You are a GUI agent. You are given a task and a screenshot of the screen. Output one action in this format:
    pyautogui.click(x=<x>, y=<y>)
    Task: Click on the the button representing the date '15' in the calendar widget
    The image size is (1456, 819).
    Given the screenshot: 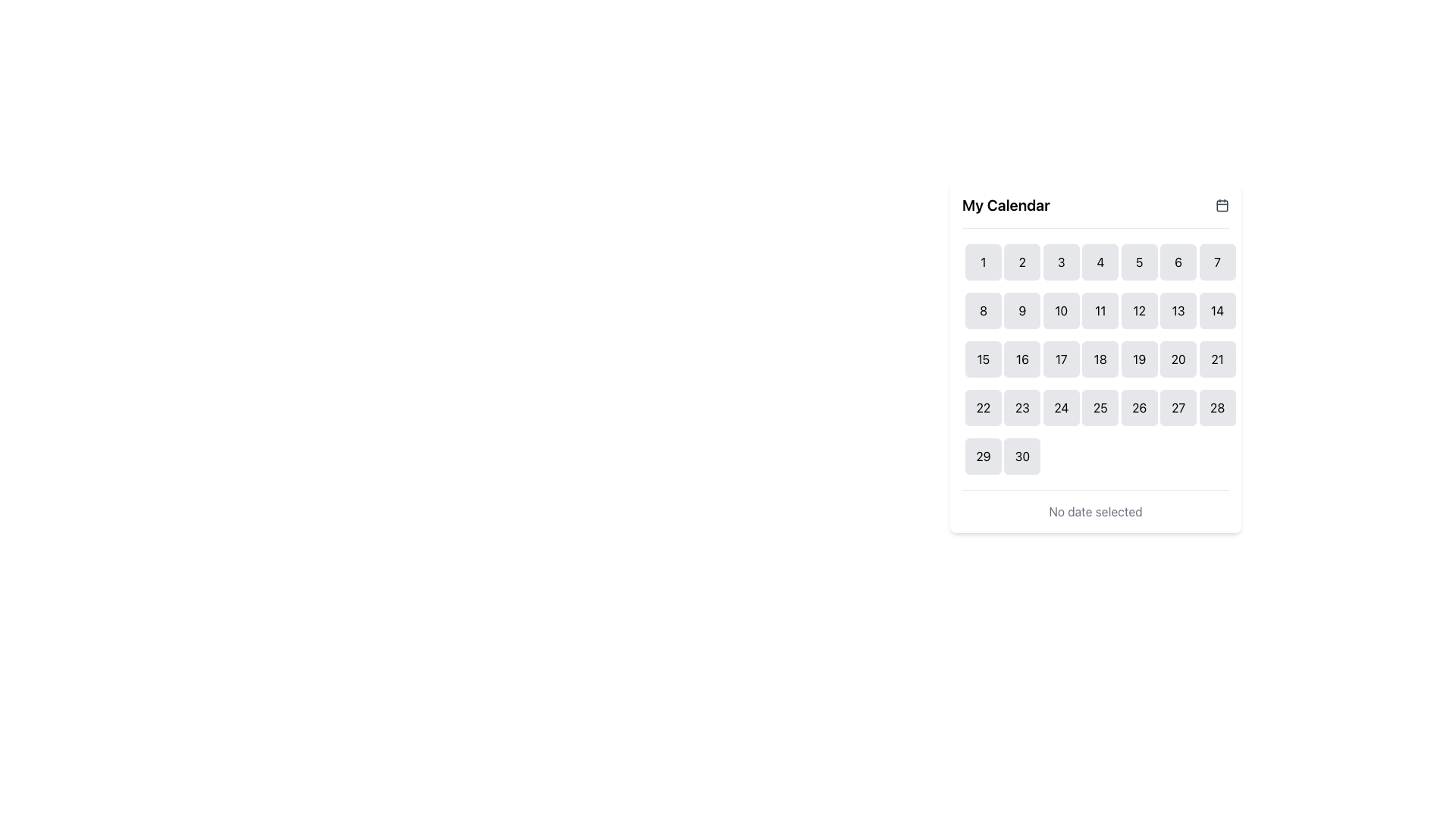 What is the action you would take?
    pyautogui.click(x=983, y=359)
    